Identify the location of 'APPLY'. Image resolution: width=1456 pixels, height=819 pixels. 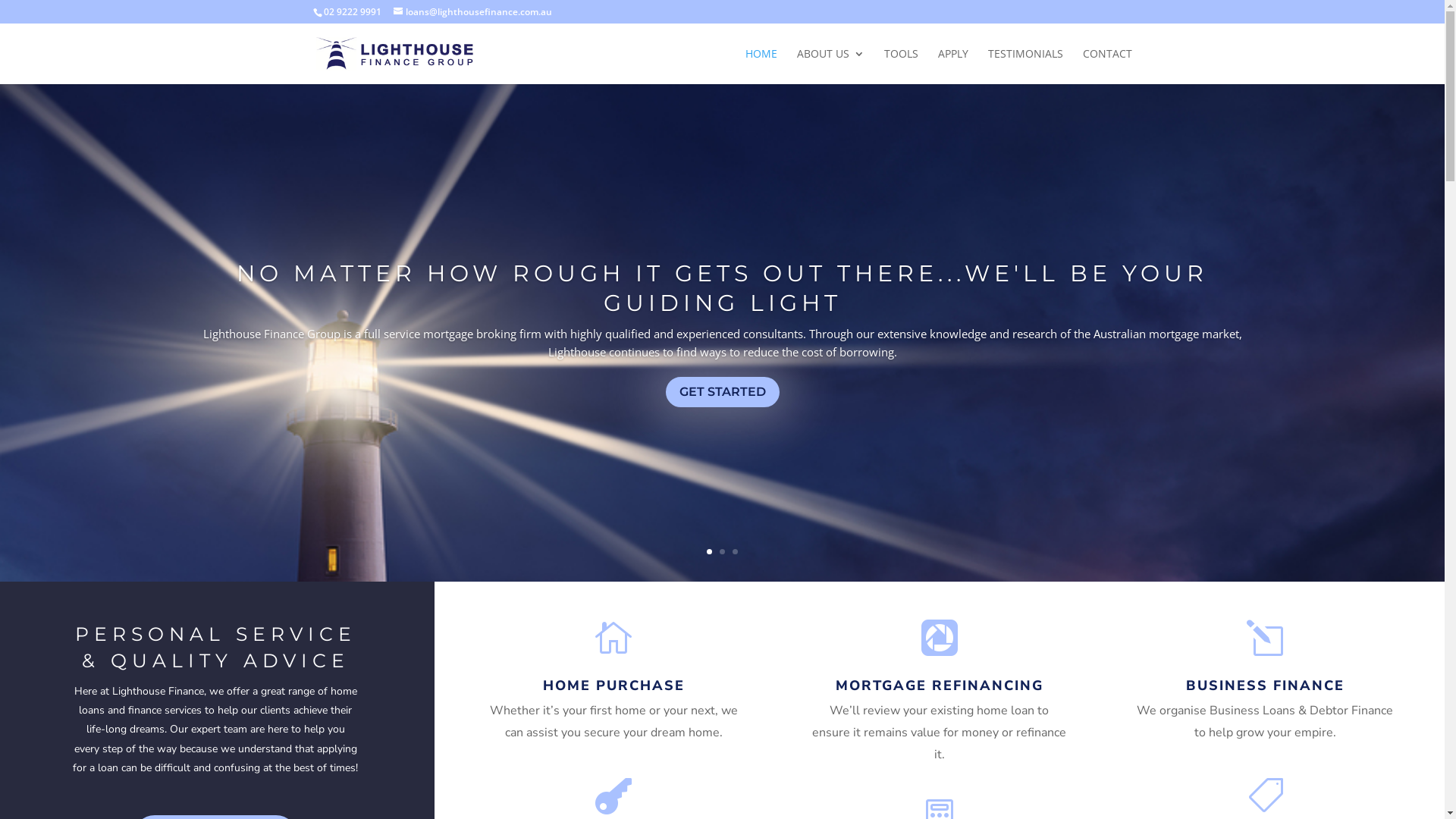
(952, 65).